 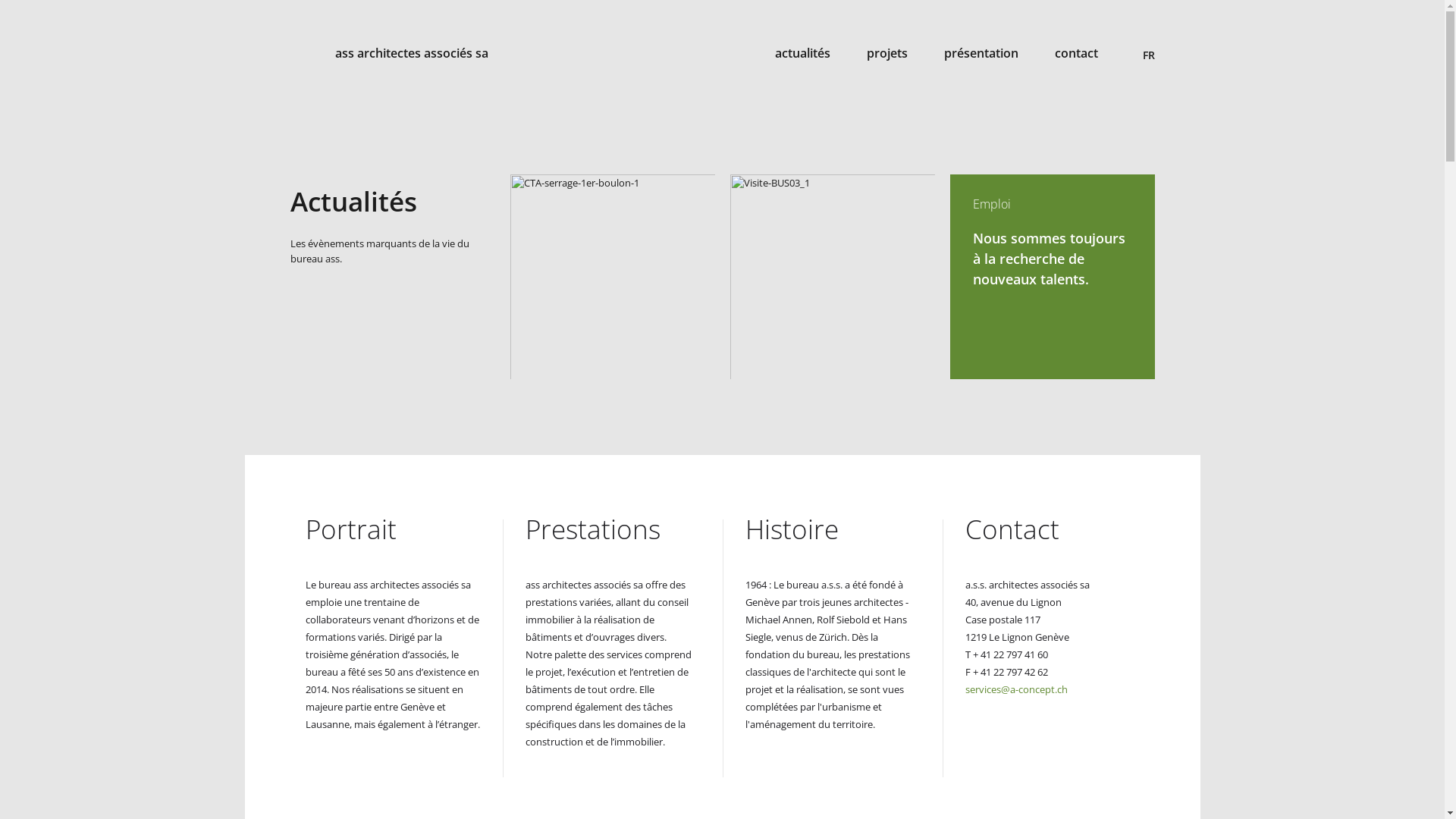 What do you see at coordinates (524, 528) in the screenshot?
I see `'Prestations'` at bounding box center [524, 528].